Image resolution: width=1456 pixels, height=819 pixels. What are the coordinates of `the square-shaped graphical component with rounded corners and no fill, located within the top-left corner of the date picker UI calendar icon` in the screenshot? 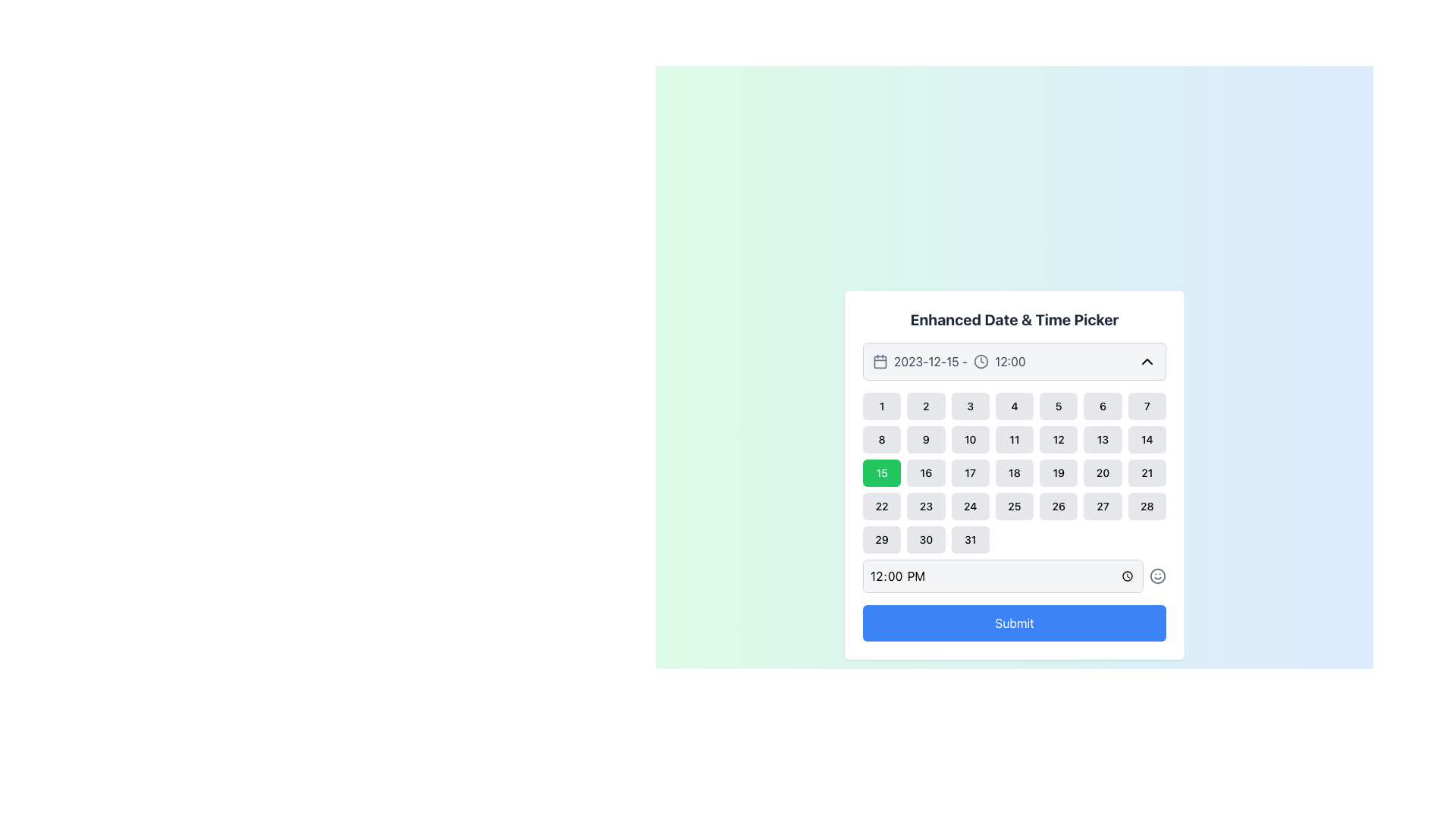 It's located at (880, 362).